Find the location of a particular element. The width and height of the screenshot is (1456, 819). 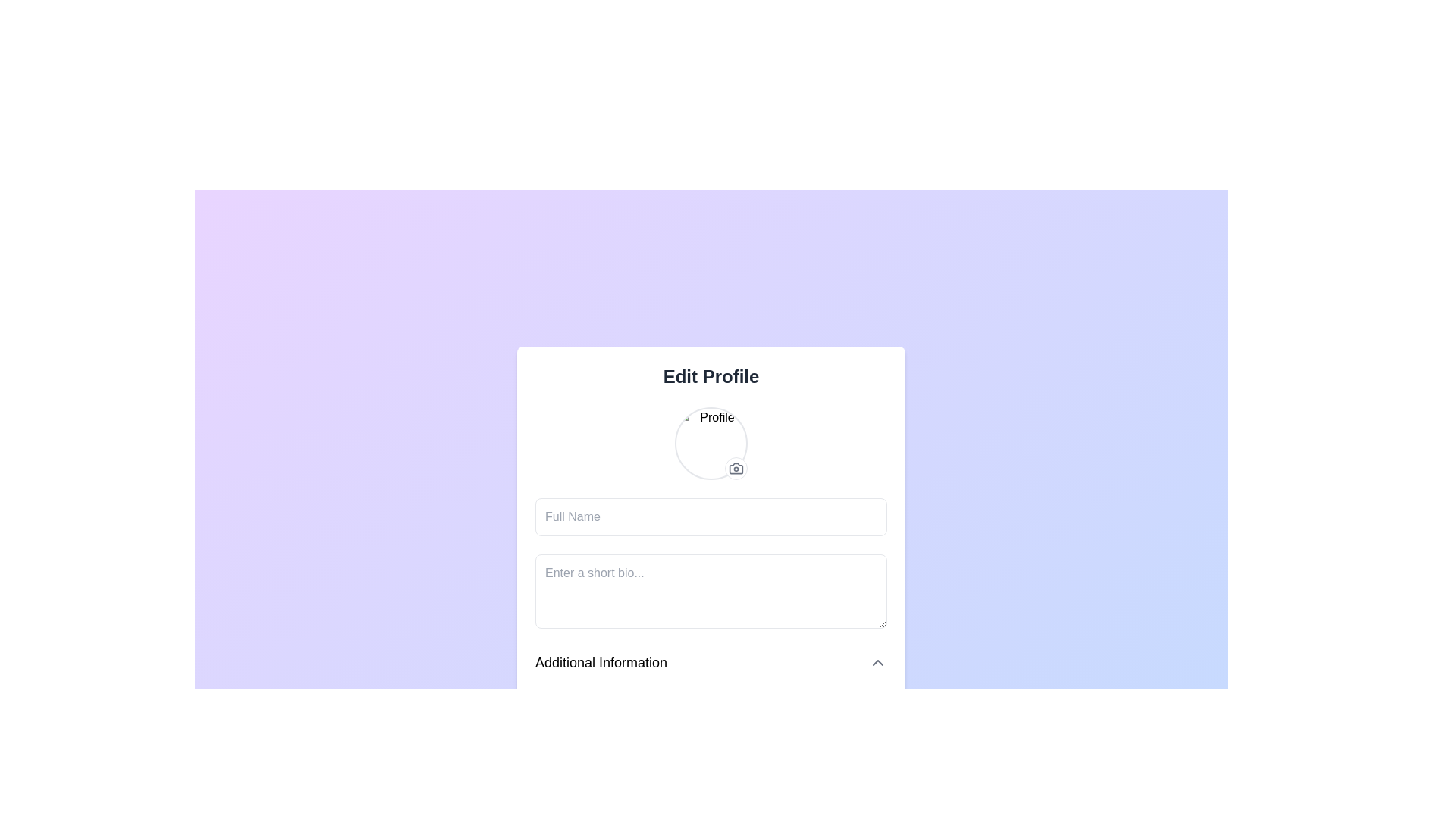

the chevron-shaped button styled in gray, located adjacent to the 'Additional Information' text is located at coordinates (877, 661).